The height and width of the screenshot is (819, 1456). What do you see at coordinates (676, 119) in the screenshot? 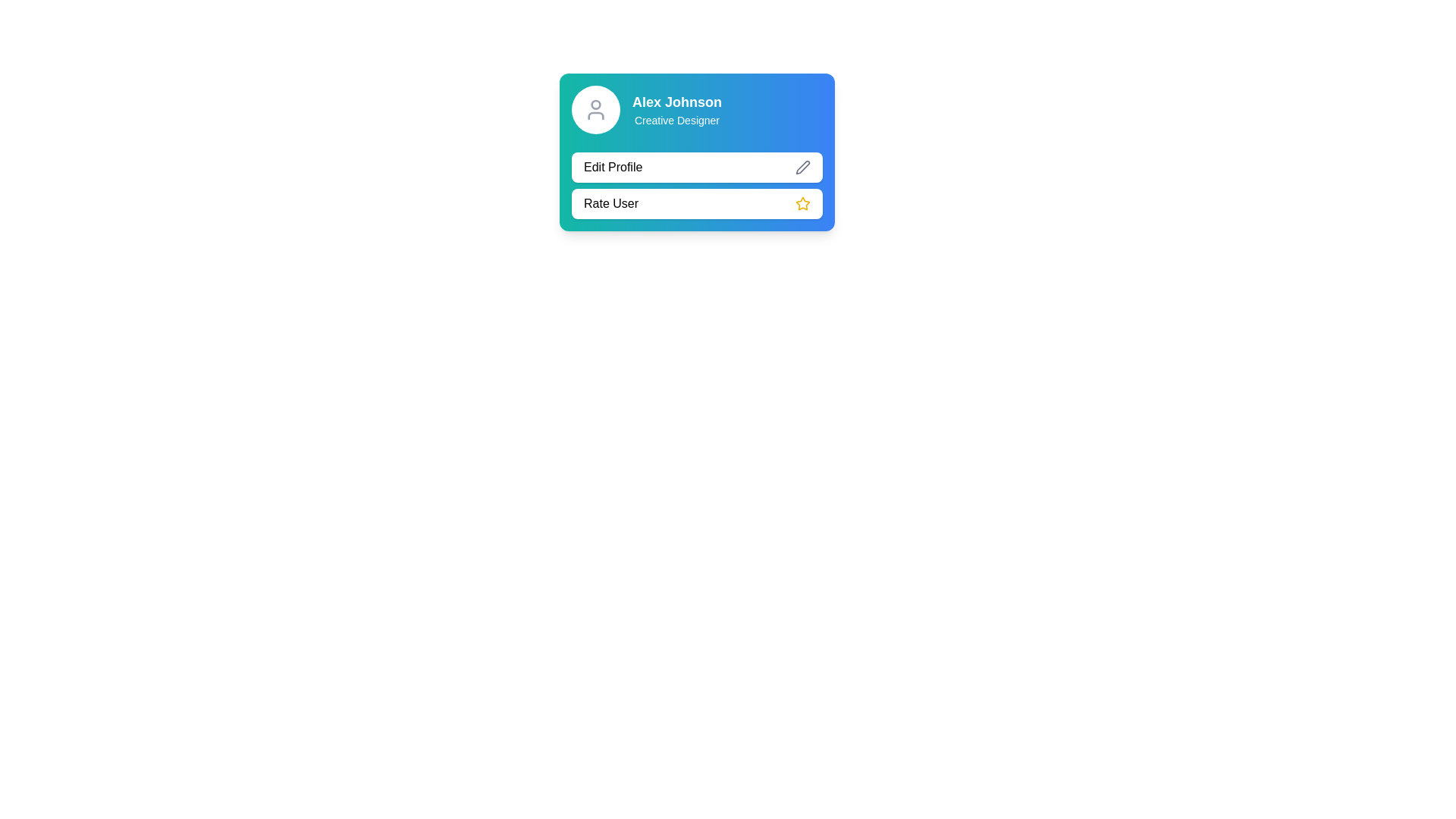
I see `the static text element indicating the role 'Creative Designer' located beneath 'Alex Johnson' at the center of the card` at bounding box center [676, 119].